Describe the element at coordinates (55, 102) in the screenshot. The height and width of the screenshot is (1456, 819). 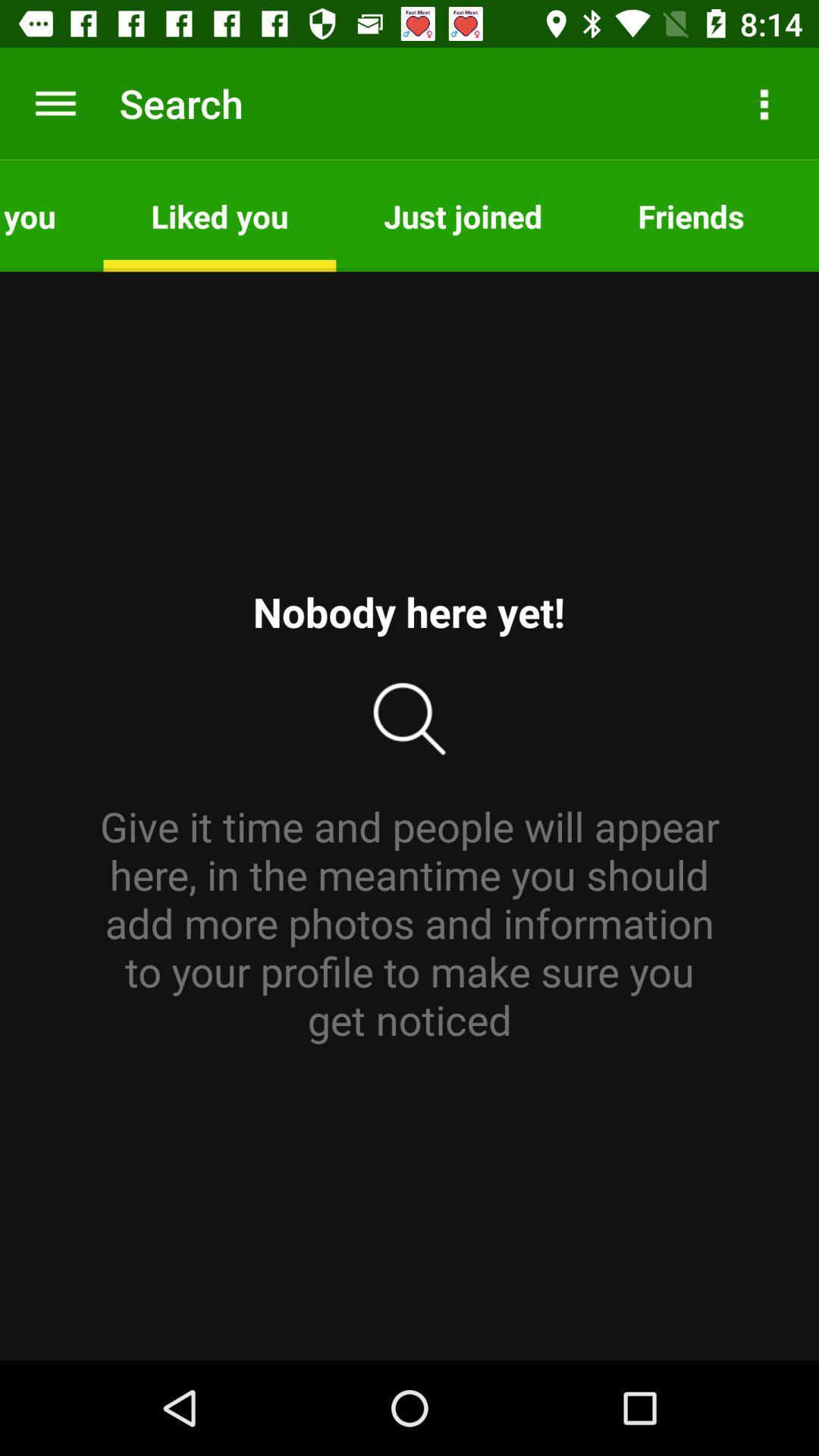
I see `icon next to search icon` at that location.